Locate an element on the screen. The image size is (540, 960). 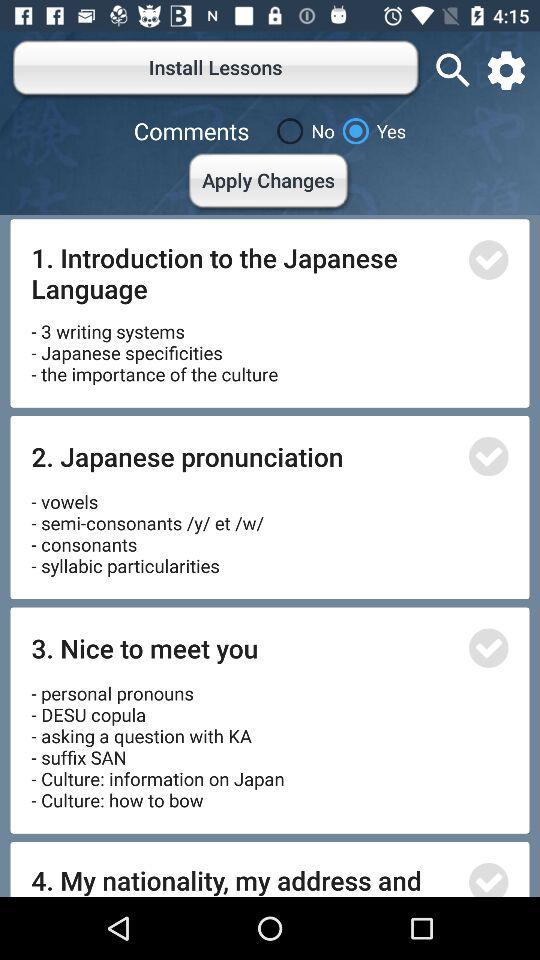
icon above 3 nice to icon is located at coordinates (146, 526).